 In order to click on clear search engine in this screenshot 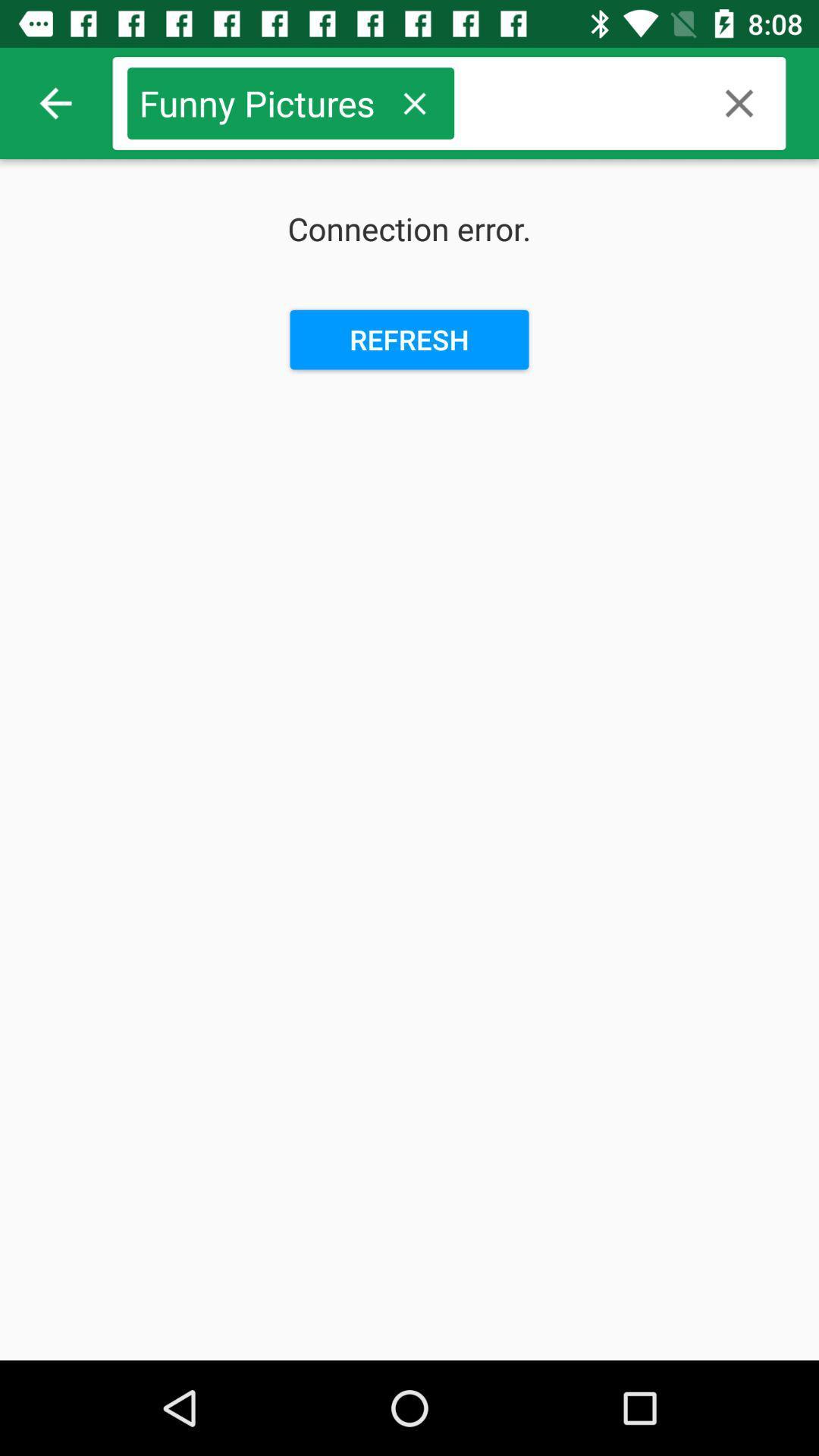, I will do `click(739, 102)`.